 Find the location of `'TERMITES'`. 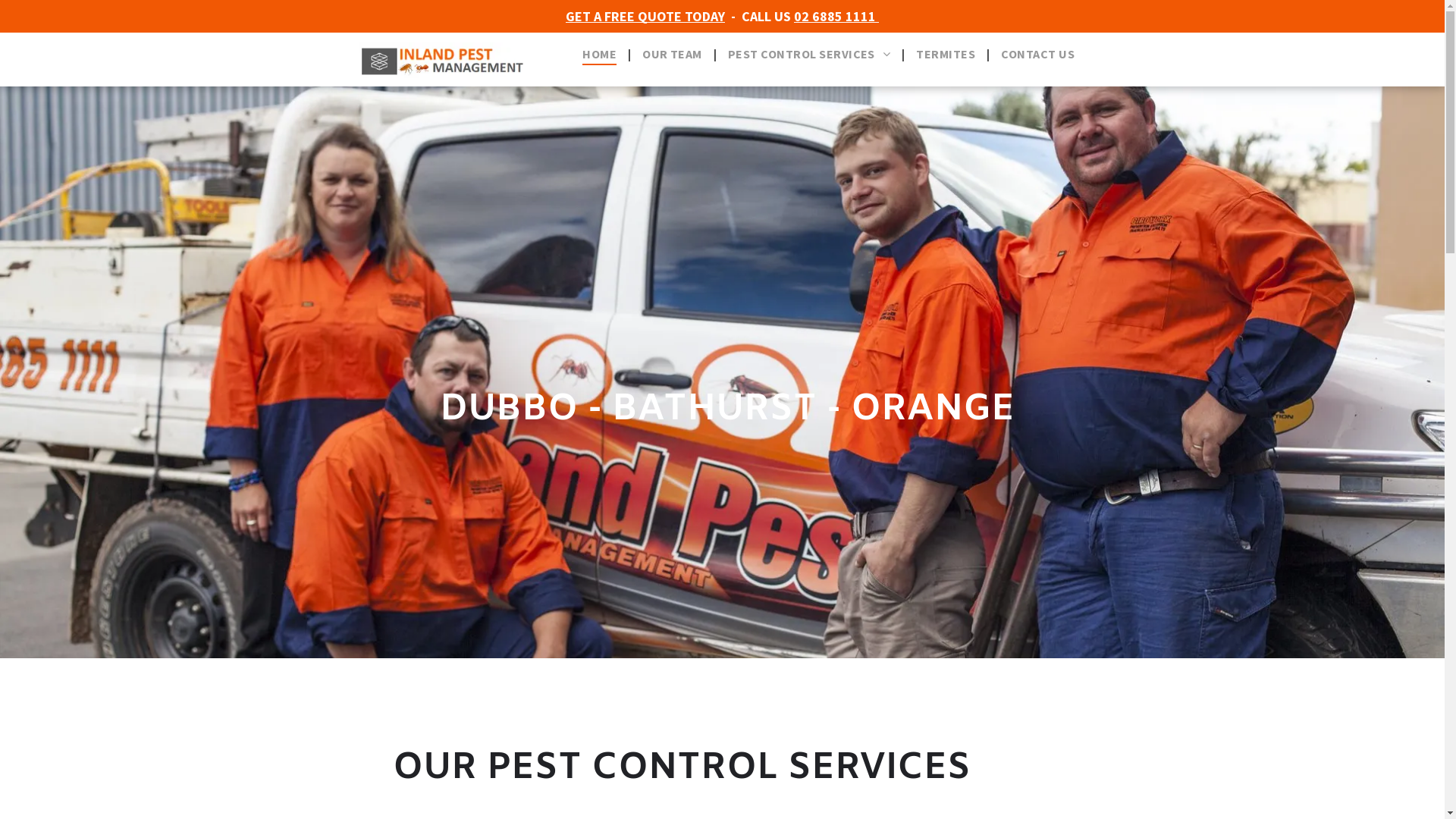

'TERMITES' is located at coordinates (945, 52).